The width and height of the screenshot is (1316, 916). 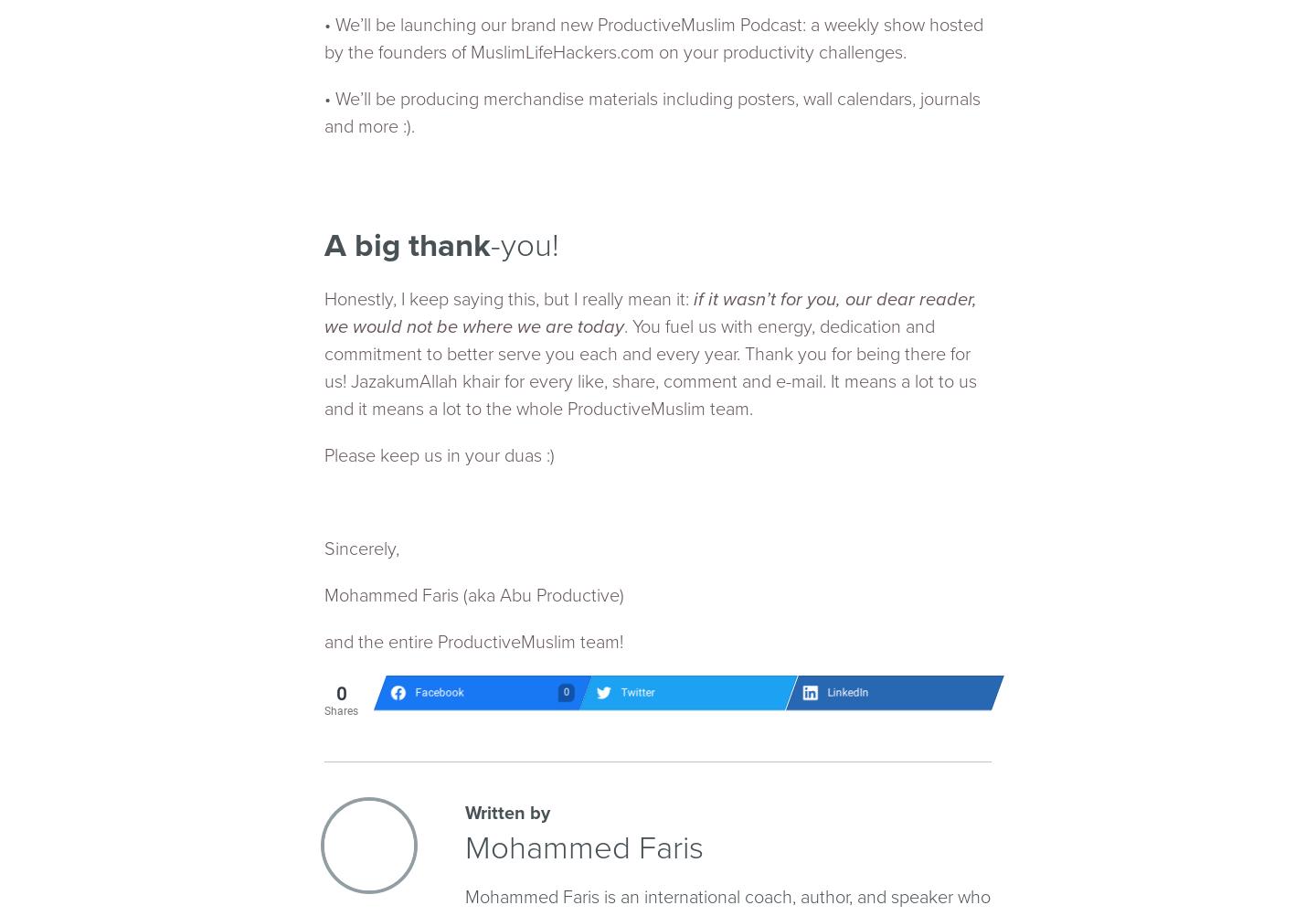 What do you see at coordinates (652, 112) in the screenshot?
I see `'• We’ll be producing merchandise materials including posters, wall calendars, journals and more :).'` at bounding box center [652, 112].